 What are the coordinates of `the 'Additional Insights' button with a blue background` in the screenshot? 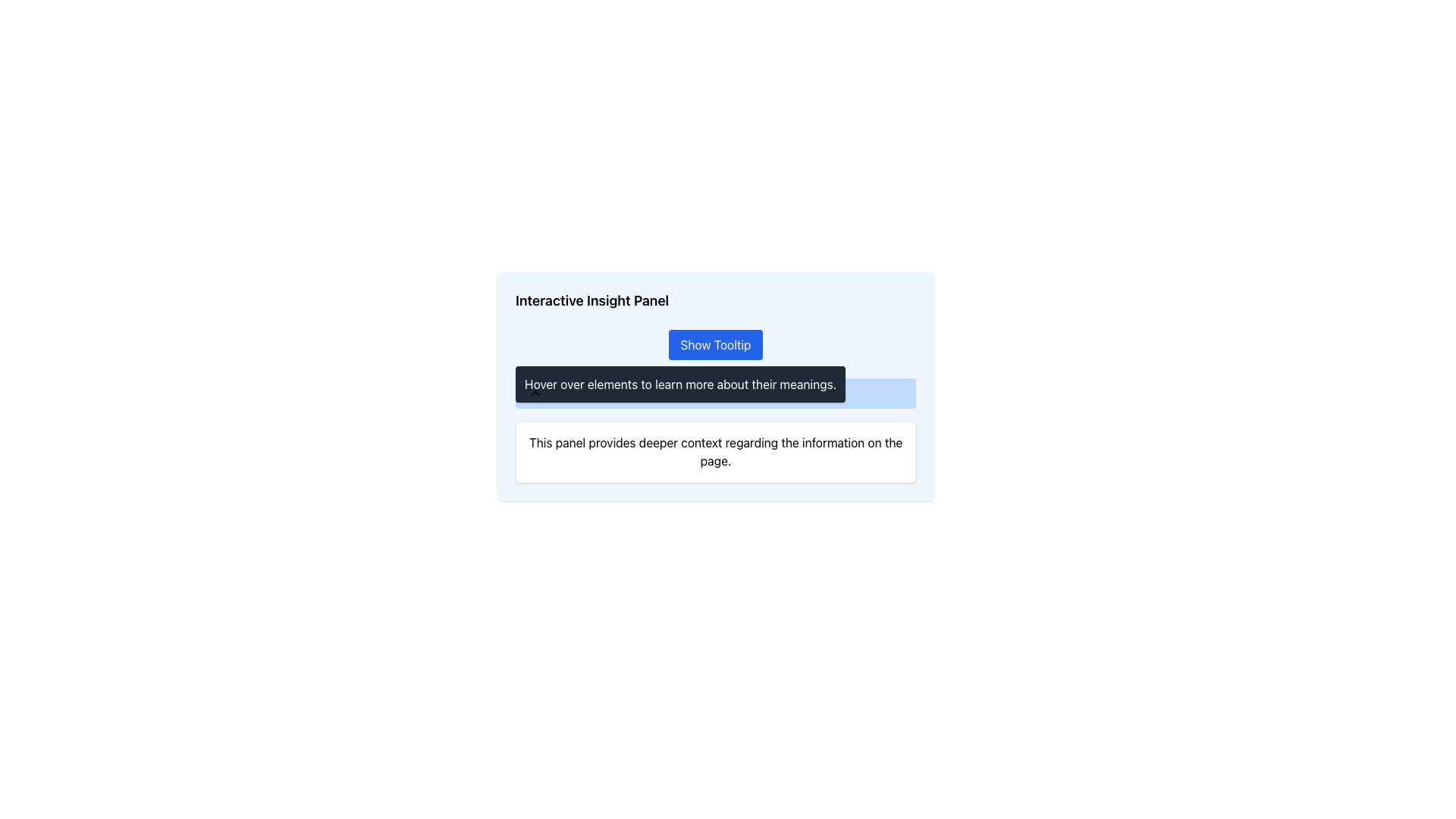 It's located at (715, 393).